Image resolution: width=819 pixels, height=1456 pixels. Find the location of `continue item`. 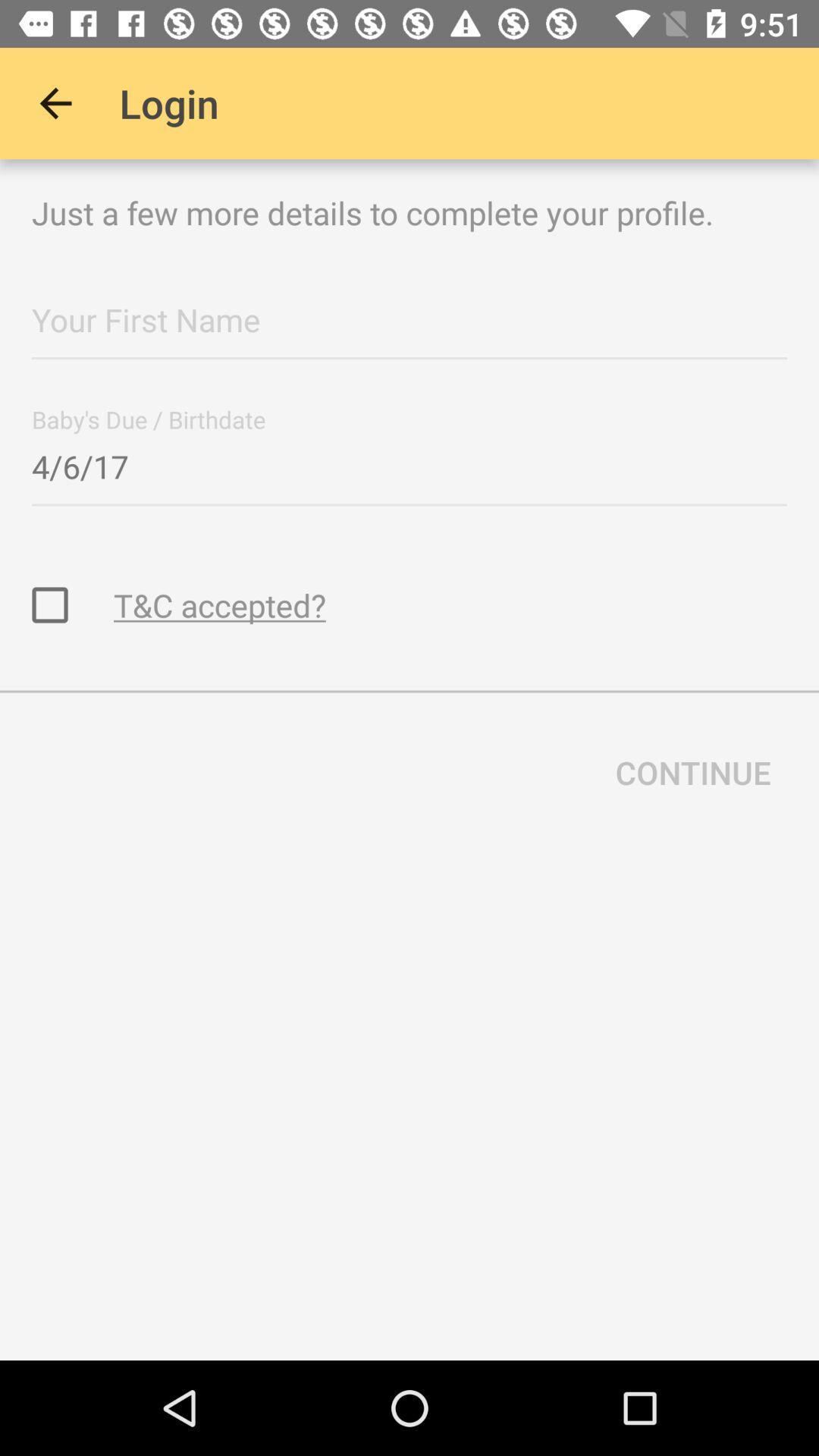

continue item is located at coordinates (693, 772).